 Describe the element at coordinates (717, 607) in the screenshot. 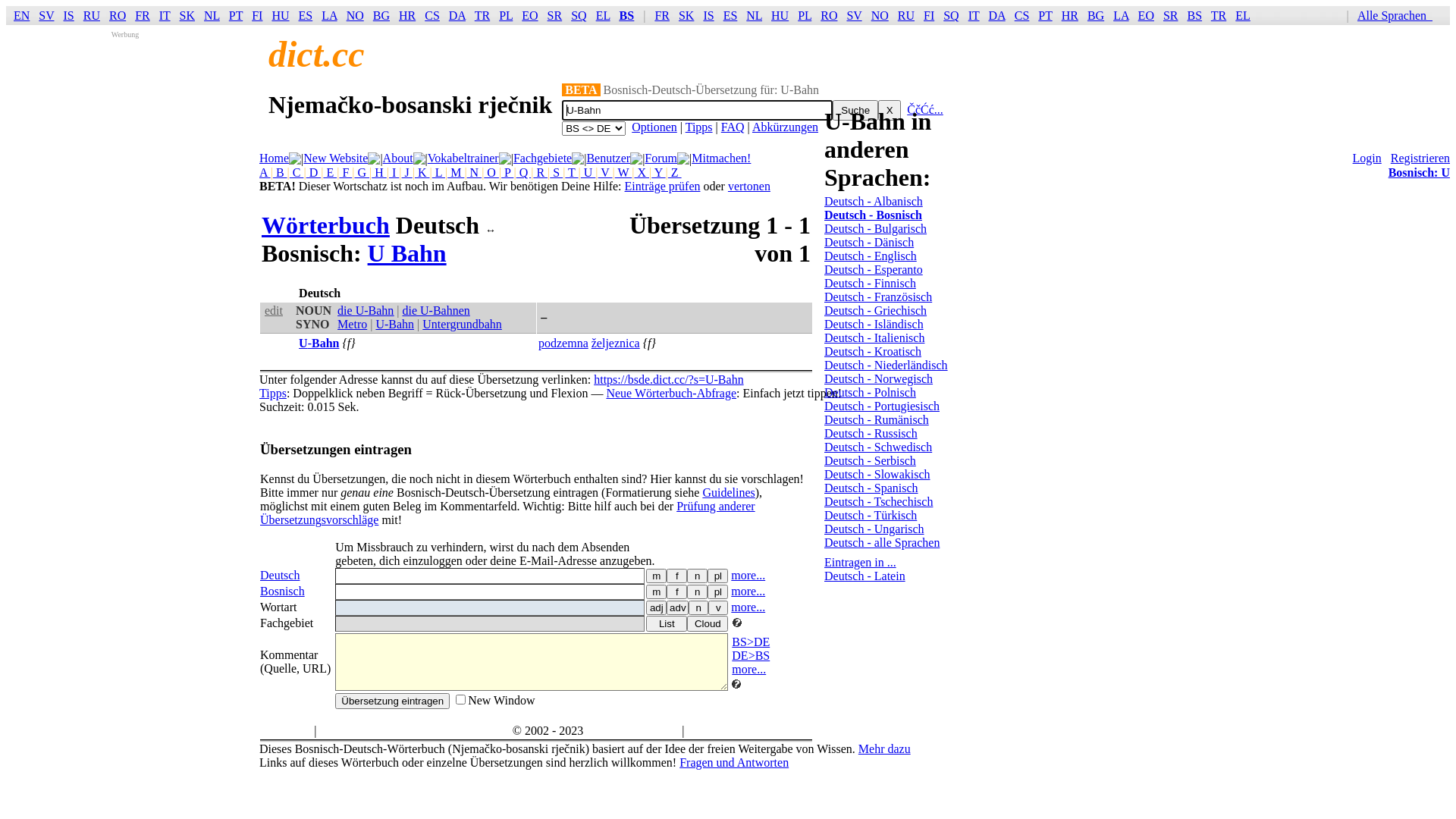

I see `'v'` at that location.